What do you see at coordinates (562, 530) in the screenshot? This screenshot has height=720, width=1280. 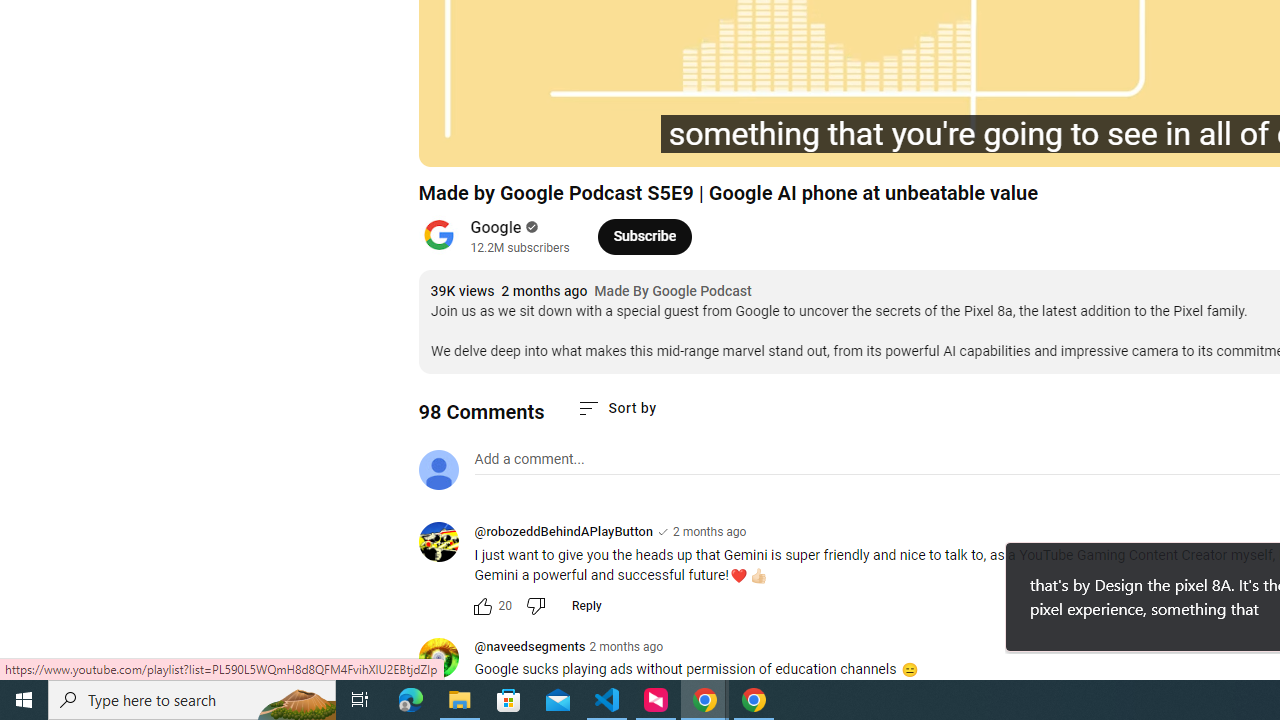 I see `'@robozeddBehindAPlayButton'` at bounding box center [562, 530].